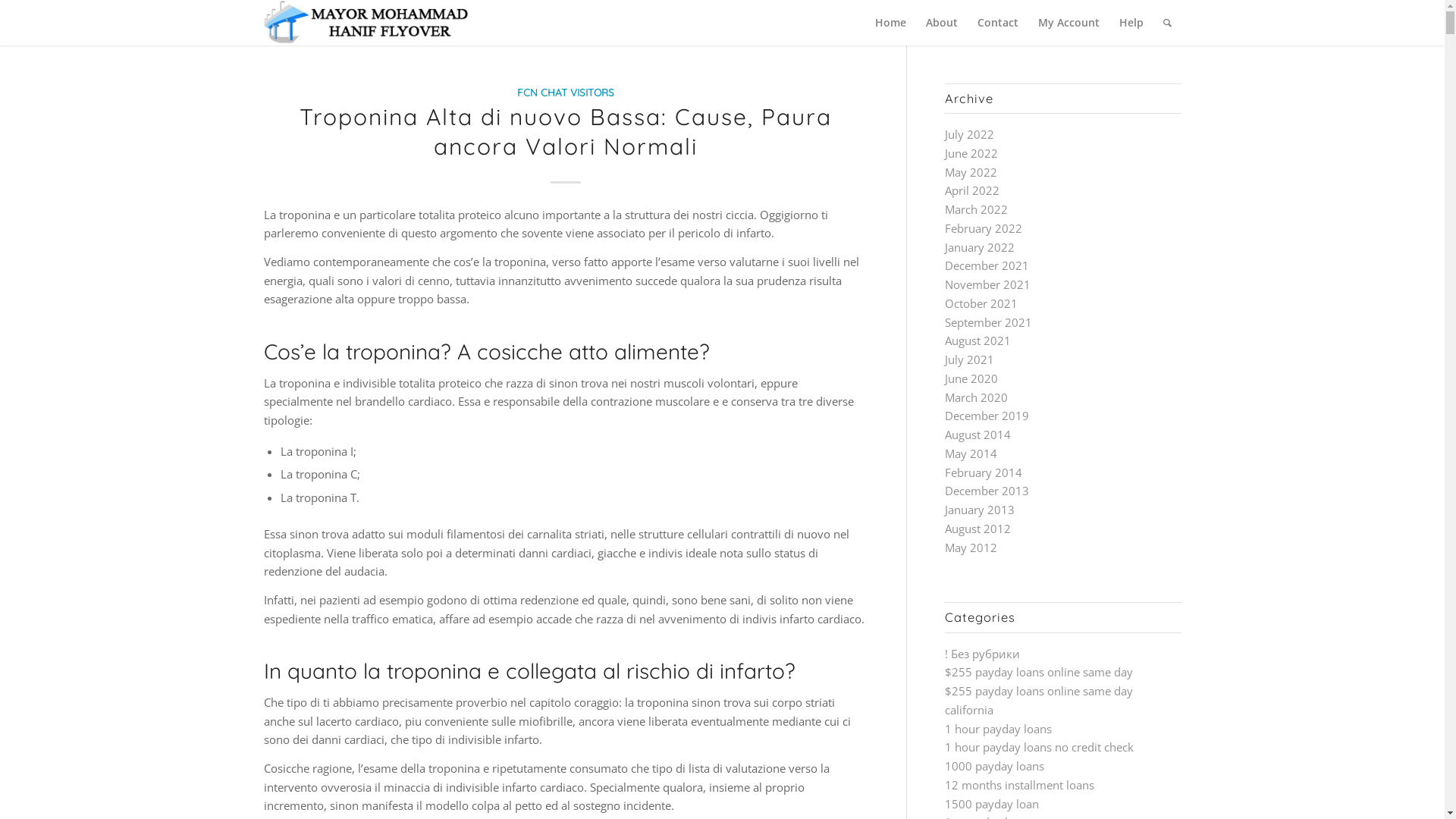  What do you see at coordinates (987, 284) in the screenshot?
I see `'November 2021'` at bounding box center [987, 284].